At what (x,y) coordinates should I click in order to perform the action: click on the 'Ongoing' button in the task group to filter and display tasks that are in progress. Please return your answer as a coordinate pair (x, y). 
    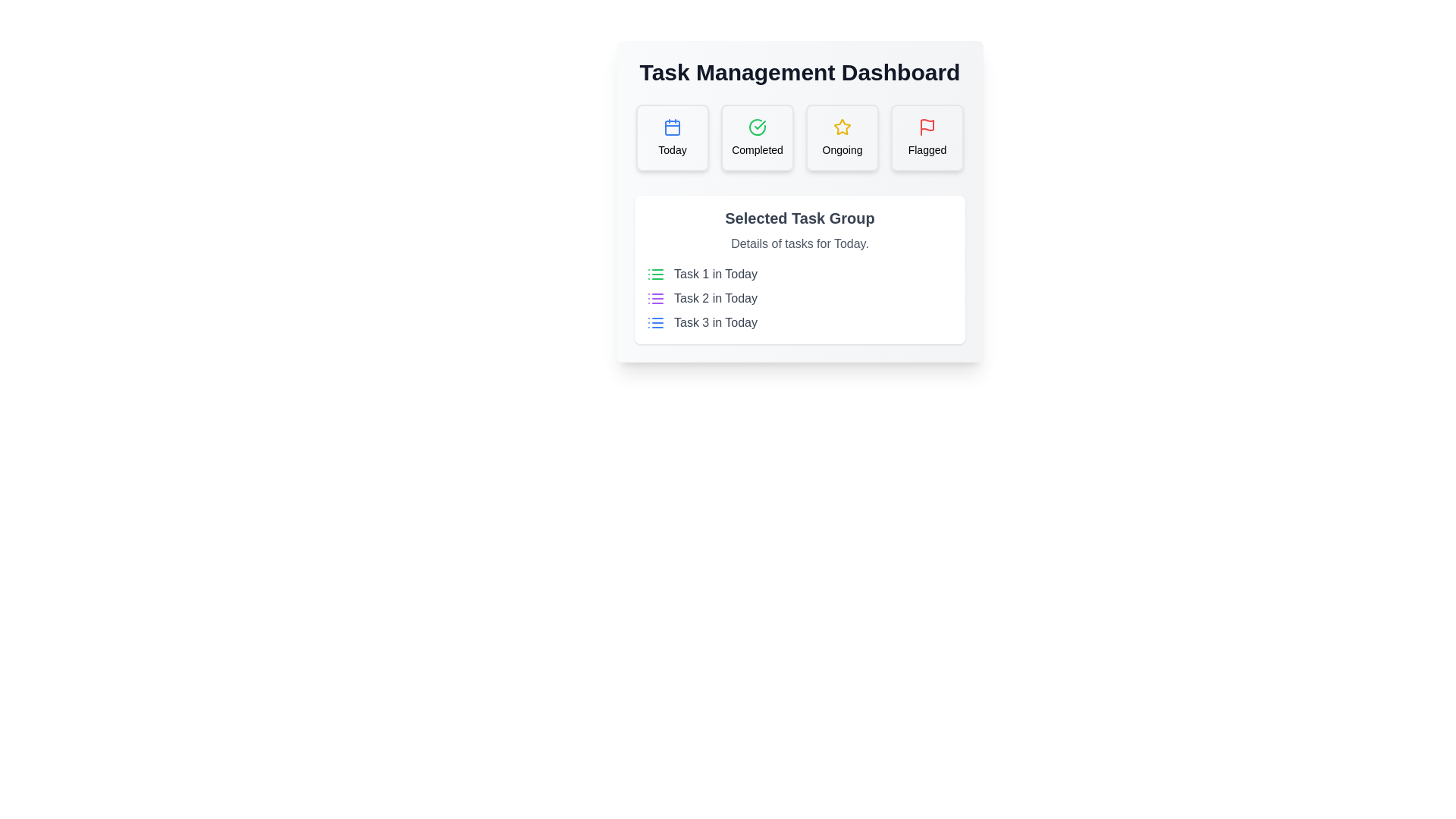
    Looking at the image, I should click on (841, 137).